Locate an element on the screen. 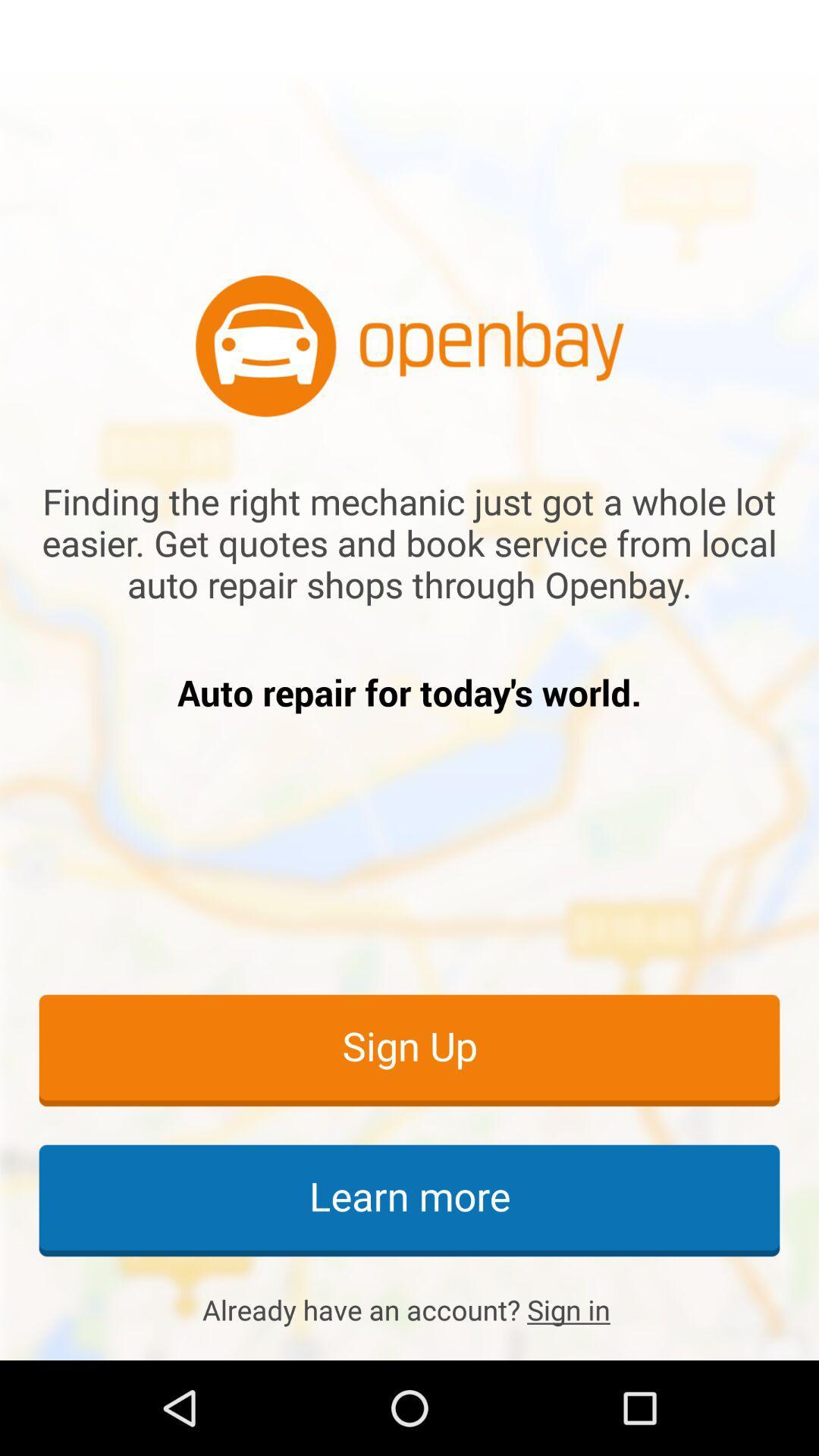  icon below learn more icon is located at coordinates (409, 1309).